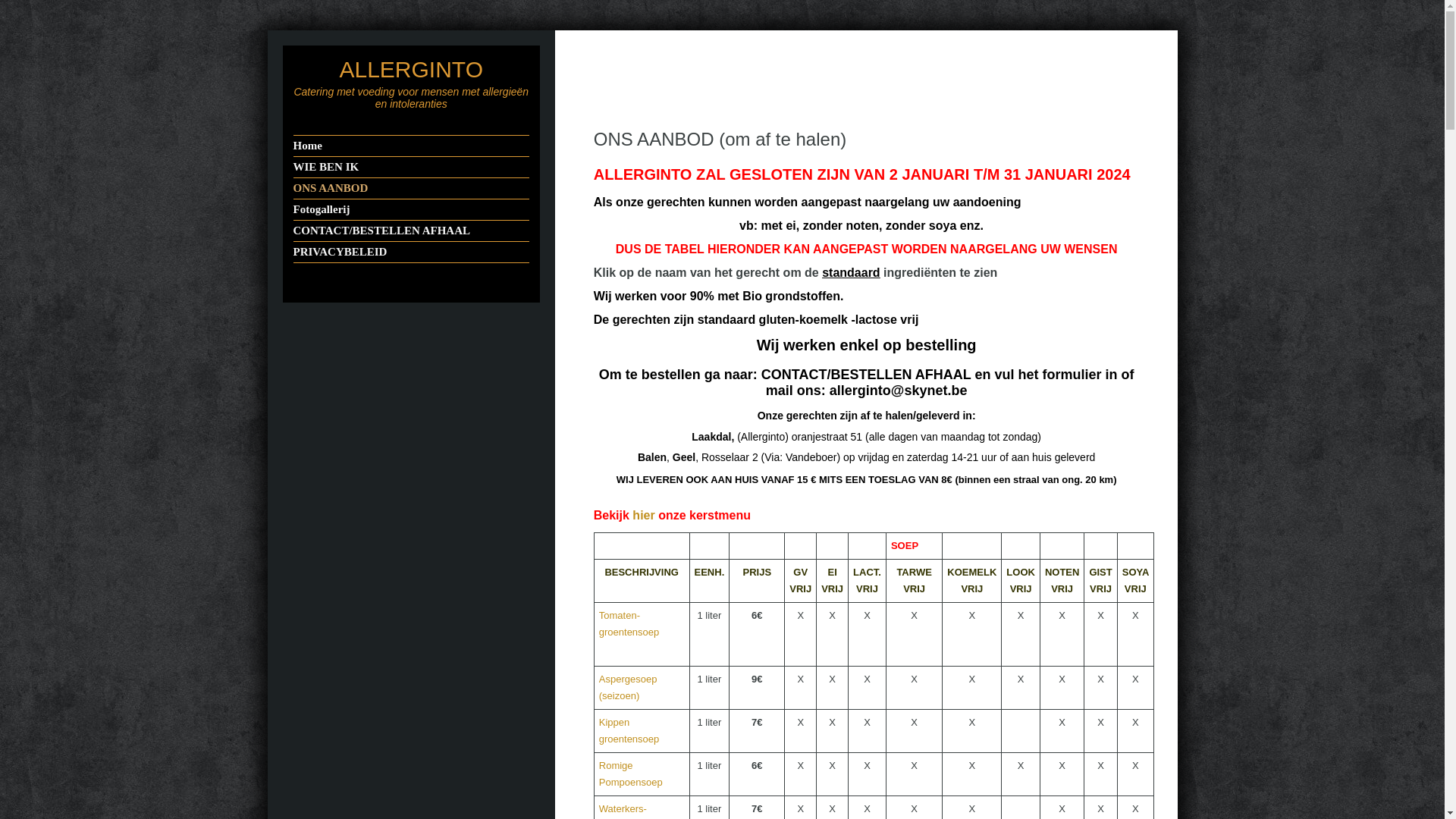  What do you see at coordinates (410, 146) in the screenshot?
I see `'Home'` at bounding box center [410, 146].